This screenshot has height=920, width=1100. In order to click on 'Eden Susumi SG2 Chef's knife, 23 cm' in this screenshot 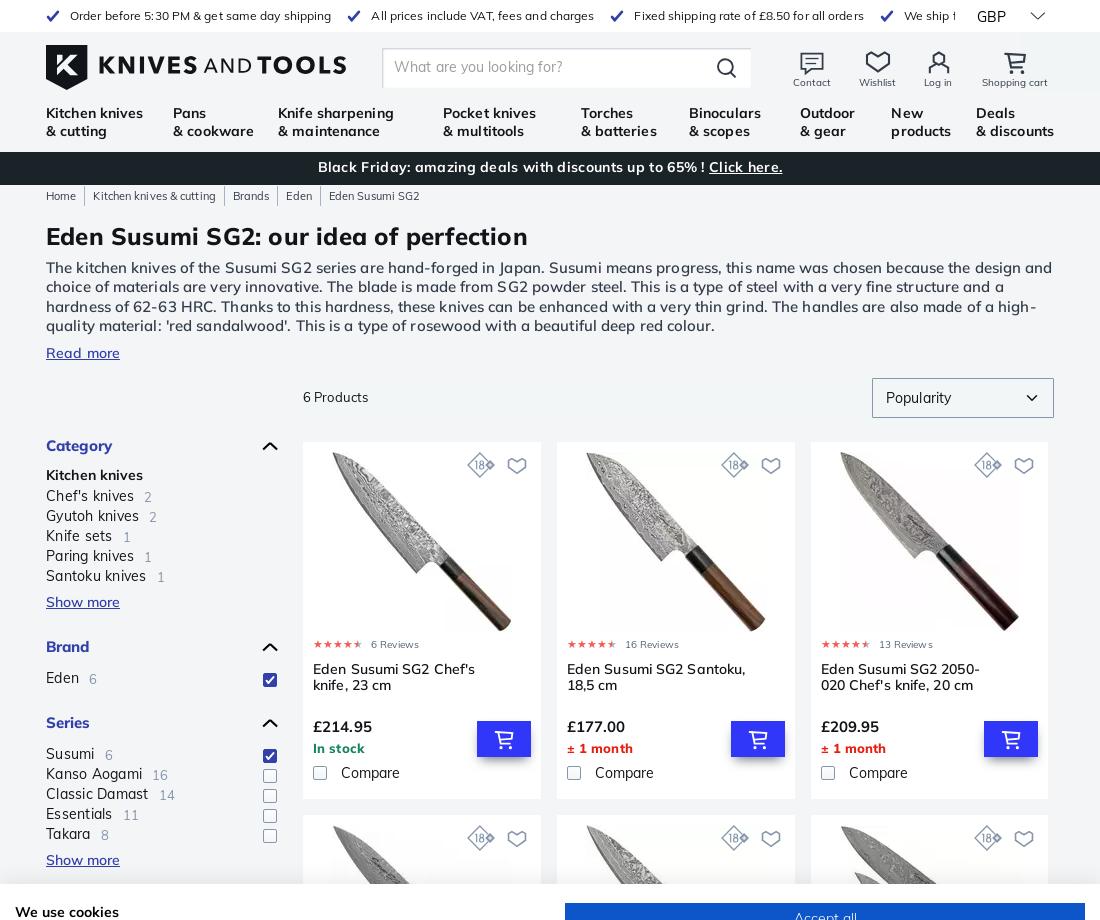, I will do `click(311, 675)`.